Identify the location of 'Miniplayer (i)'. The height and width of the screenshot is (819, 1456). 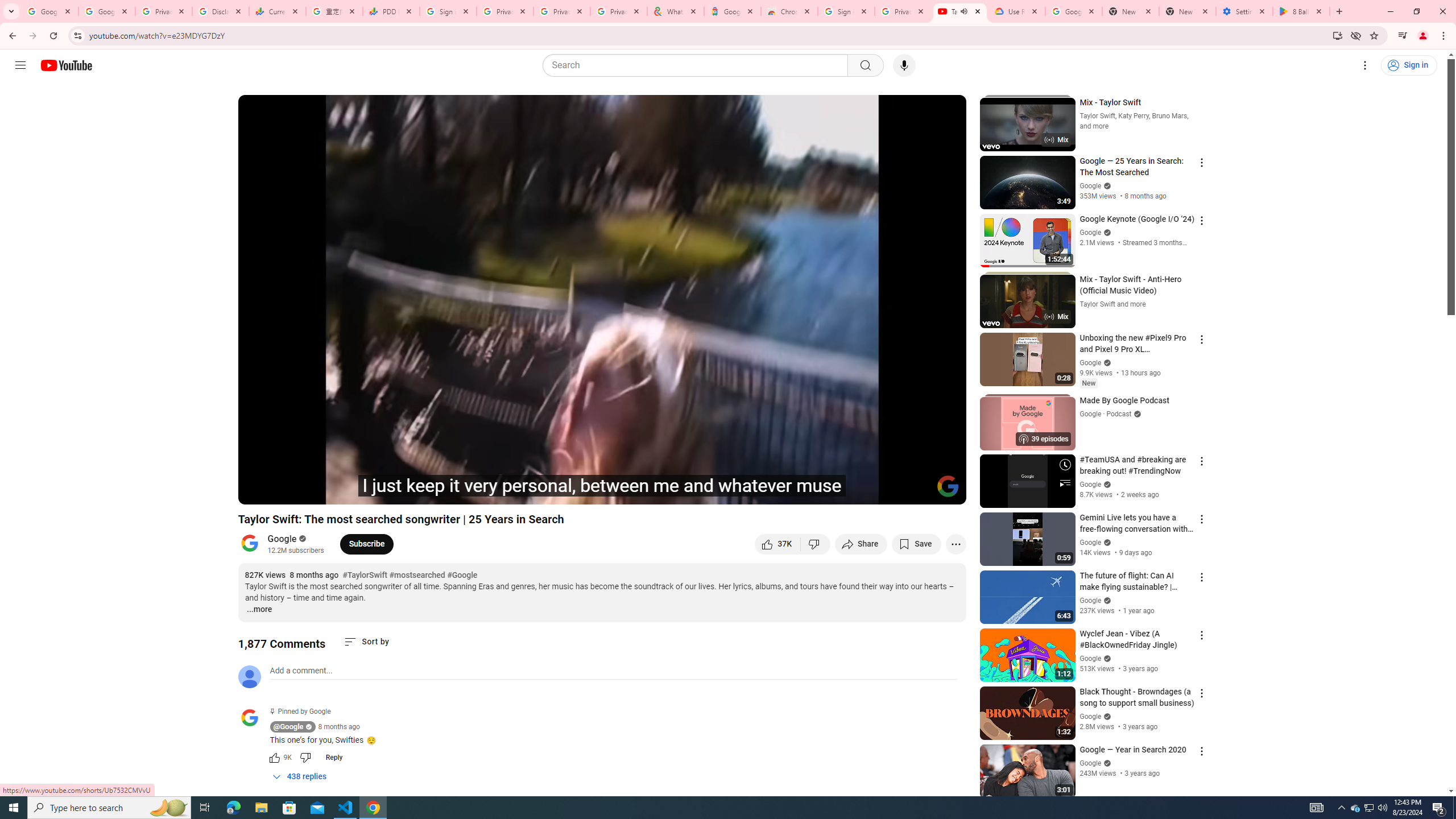
(890, 490).